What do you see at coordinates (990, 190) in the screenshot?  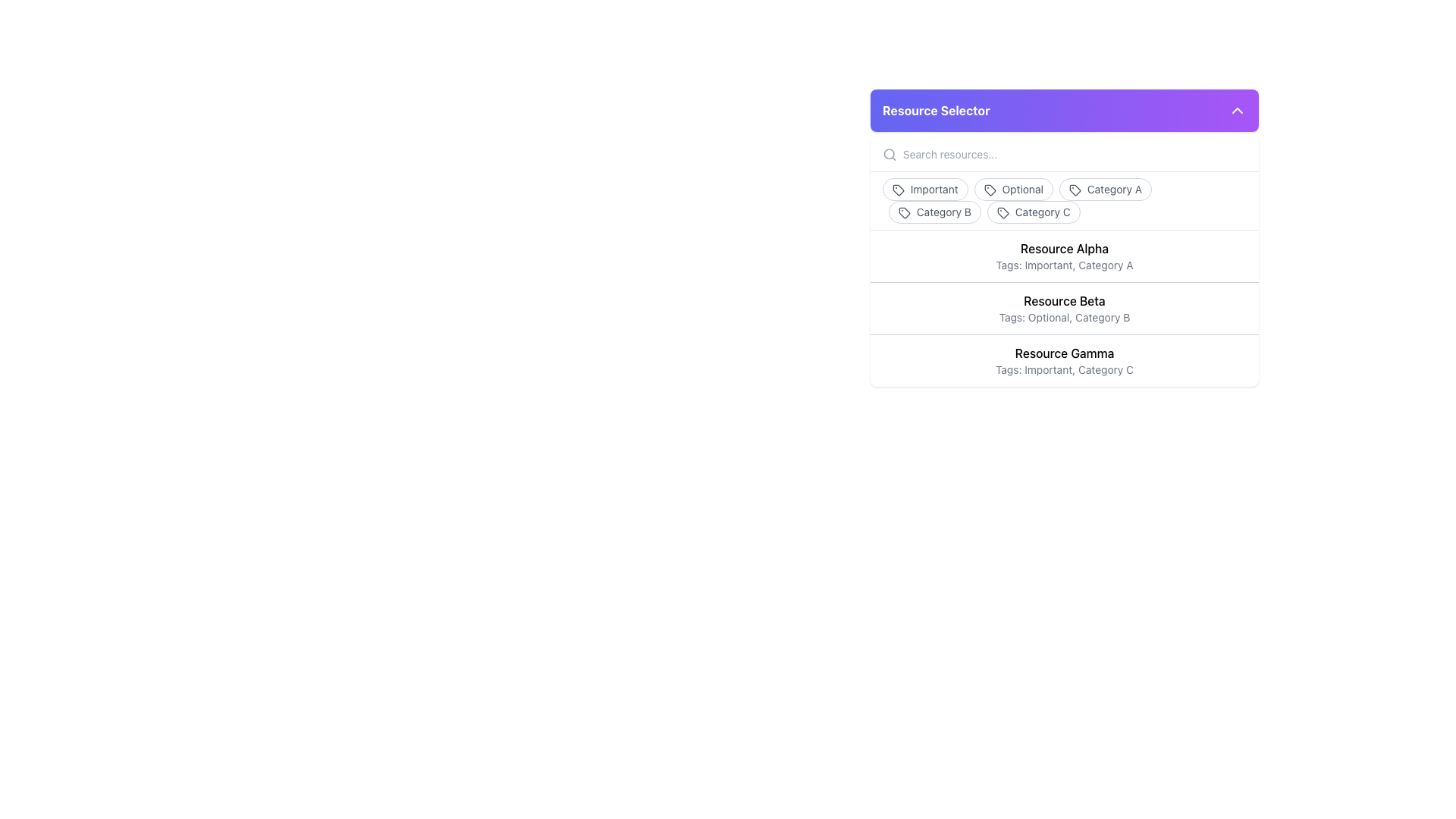 I see `the icon that visually indicates the 'Optional' category, located to the left of the 'Optional' text in the top right area of the interface` at bounding box center [990, 190].